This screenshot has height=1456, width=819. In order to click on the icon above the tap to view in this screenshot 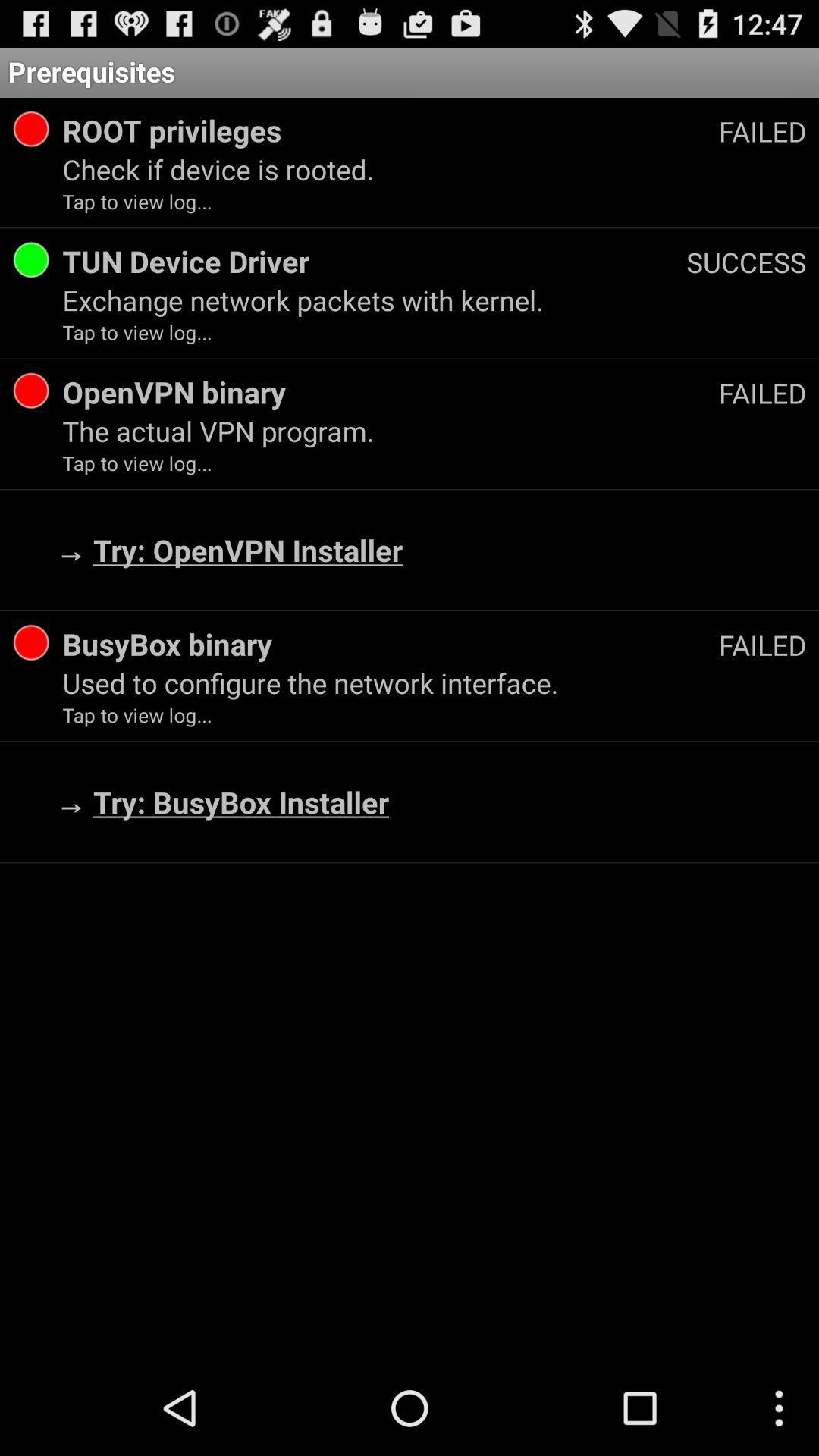, I will do `click(435, 430)`.